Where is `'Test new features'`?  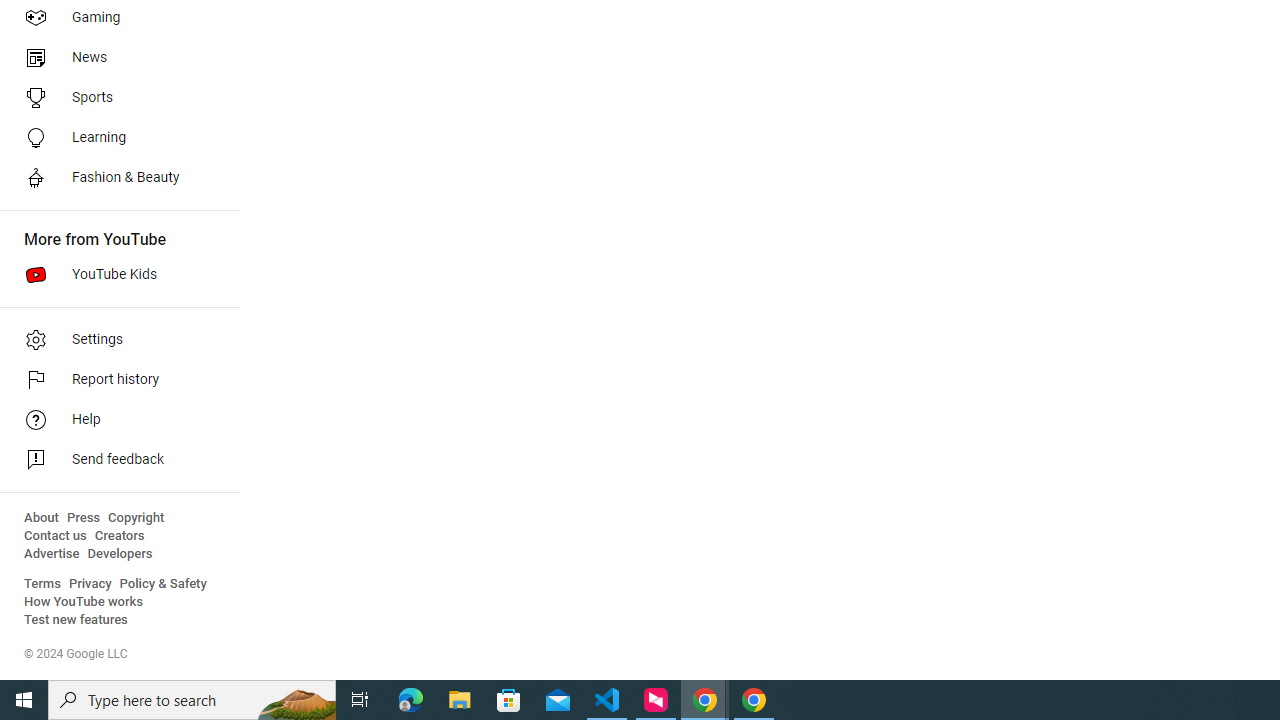 'Test new features' is located at coordinates (76, 619).